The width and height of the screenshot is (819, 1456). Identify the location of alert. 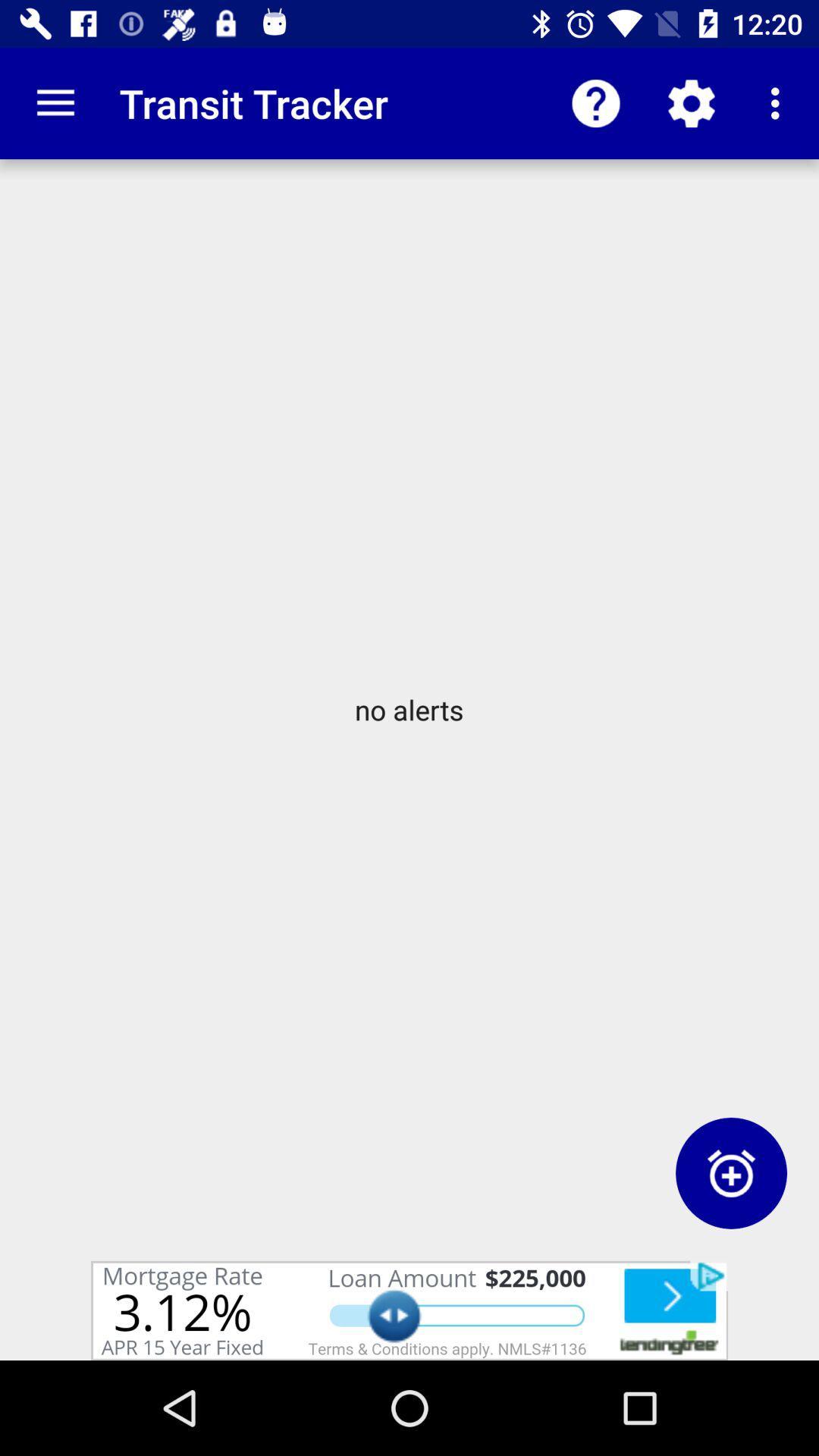
(730, 1172).